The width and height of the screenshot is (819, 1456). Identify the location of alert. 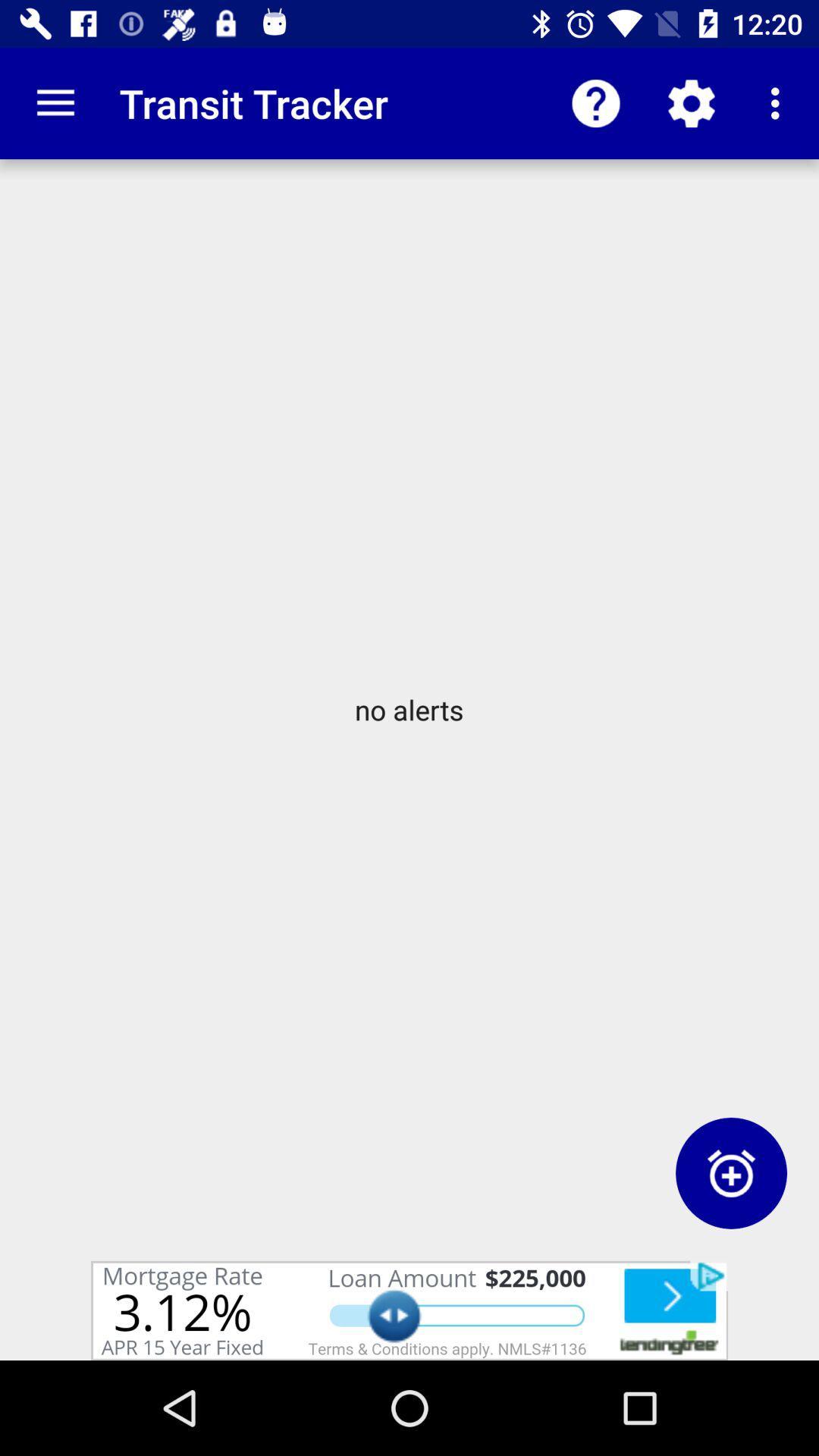
(730, 1172).